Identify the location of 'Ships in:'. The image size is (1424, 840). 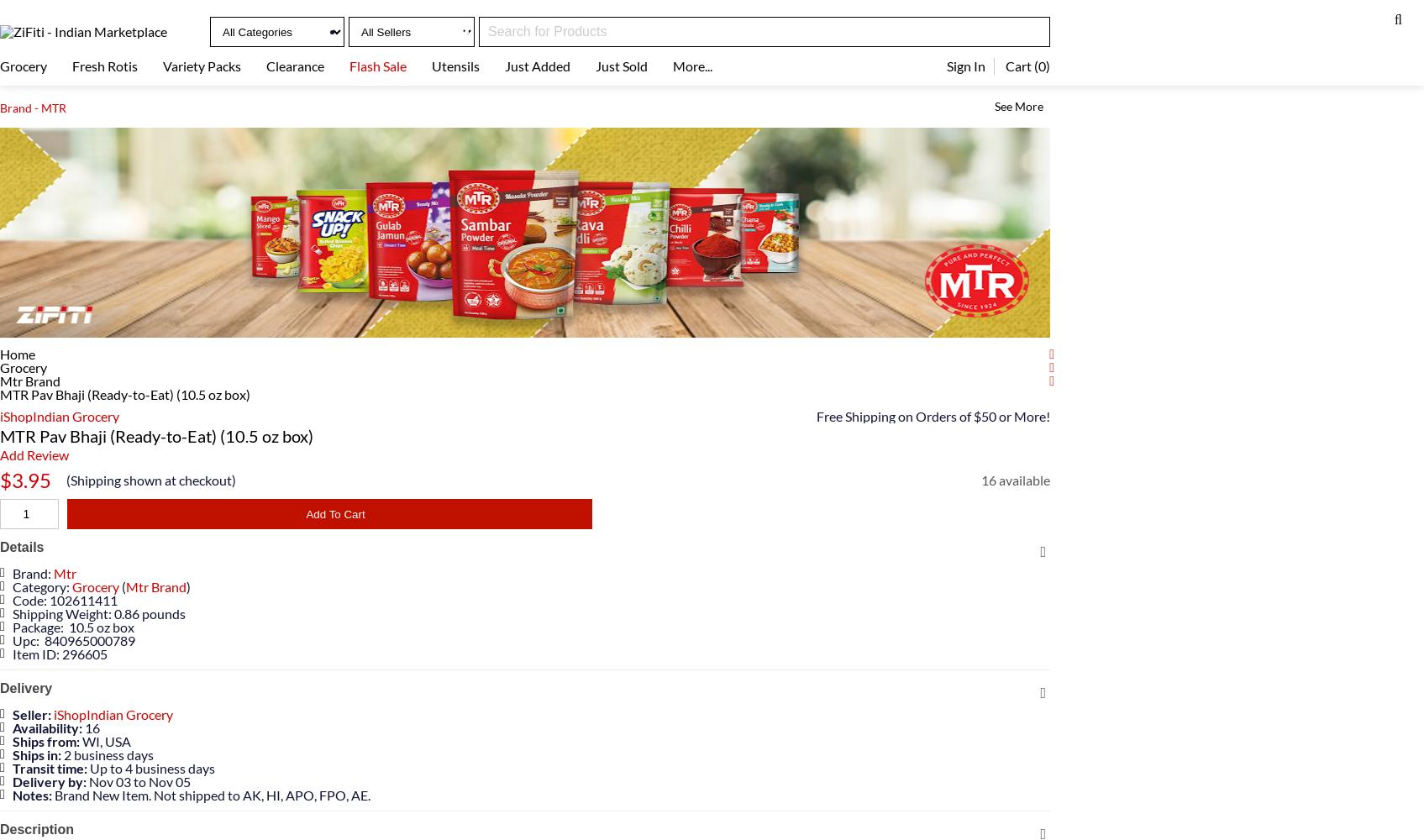
(37, 754).